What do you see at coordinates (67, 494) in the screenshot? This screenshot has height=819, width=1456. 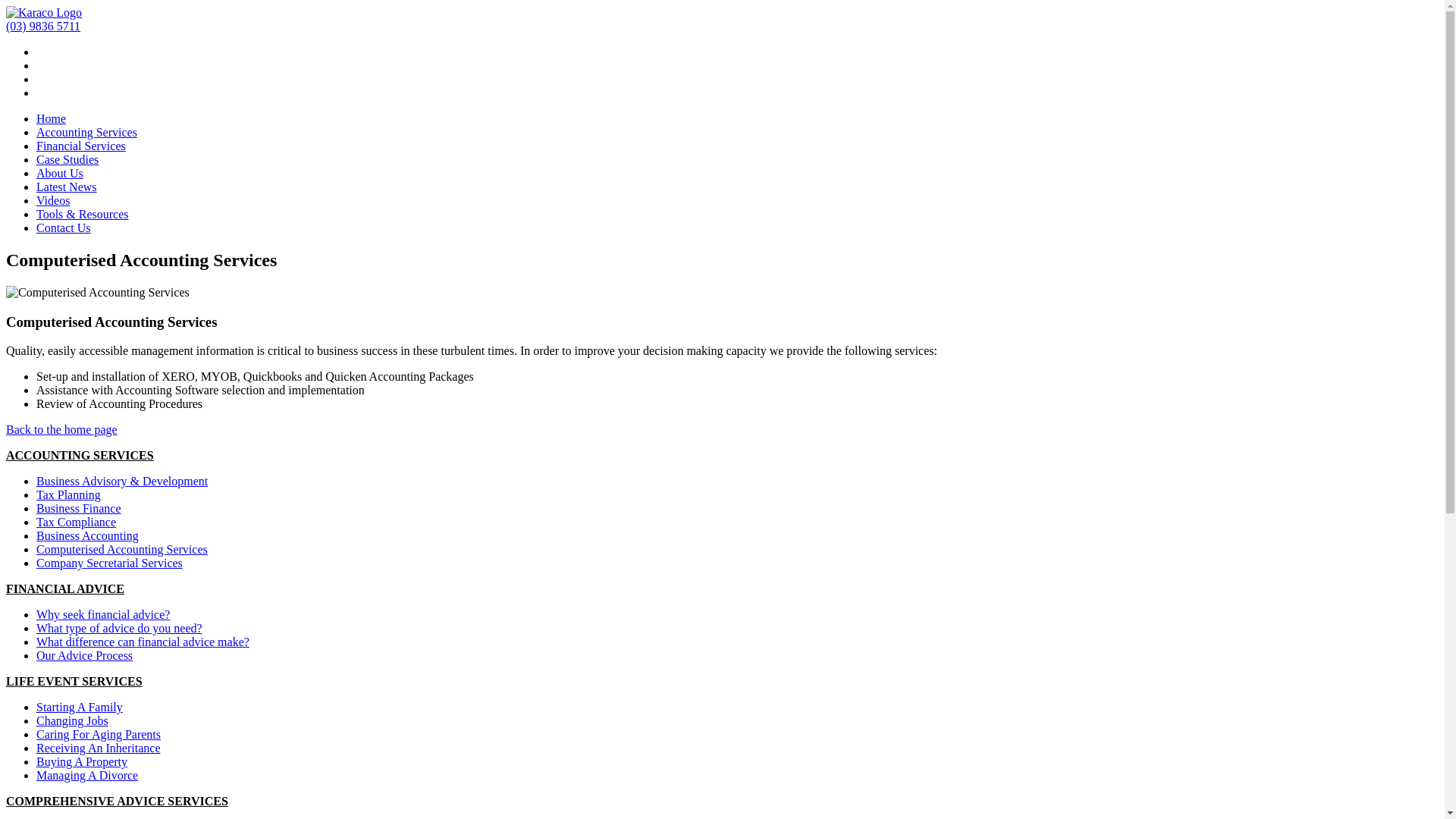 I see `'Tax Planning'` at bounding box center [67, 494].